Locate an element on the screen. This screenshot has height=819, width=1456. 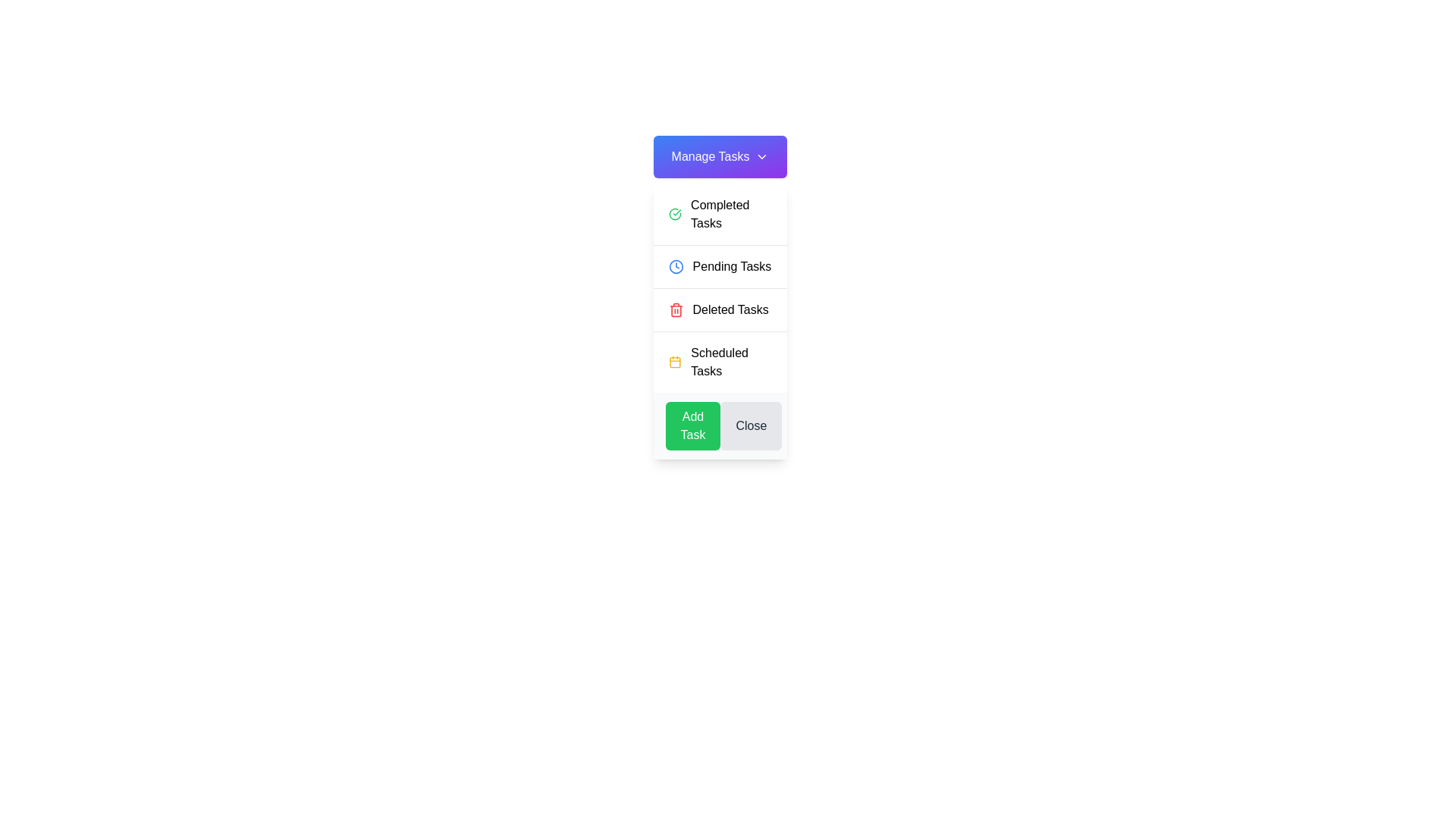
the red trash can icon that represents a delete symbol, located to the left of the 'Deleted Tasks' text in the menu is located at coordinates (675, 309).